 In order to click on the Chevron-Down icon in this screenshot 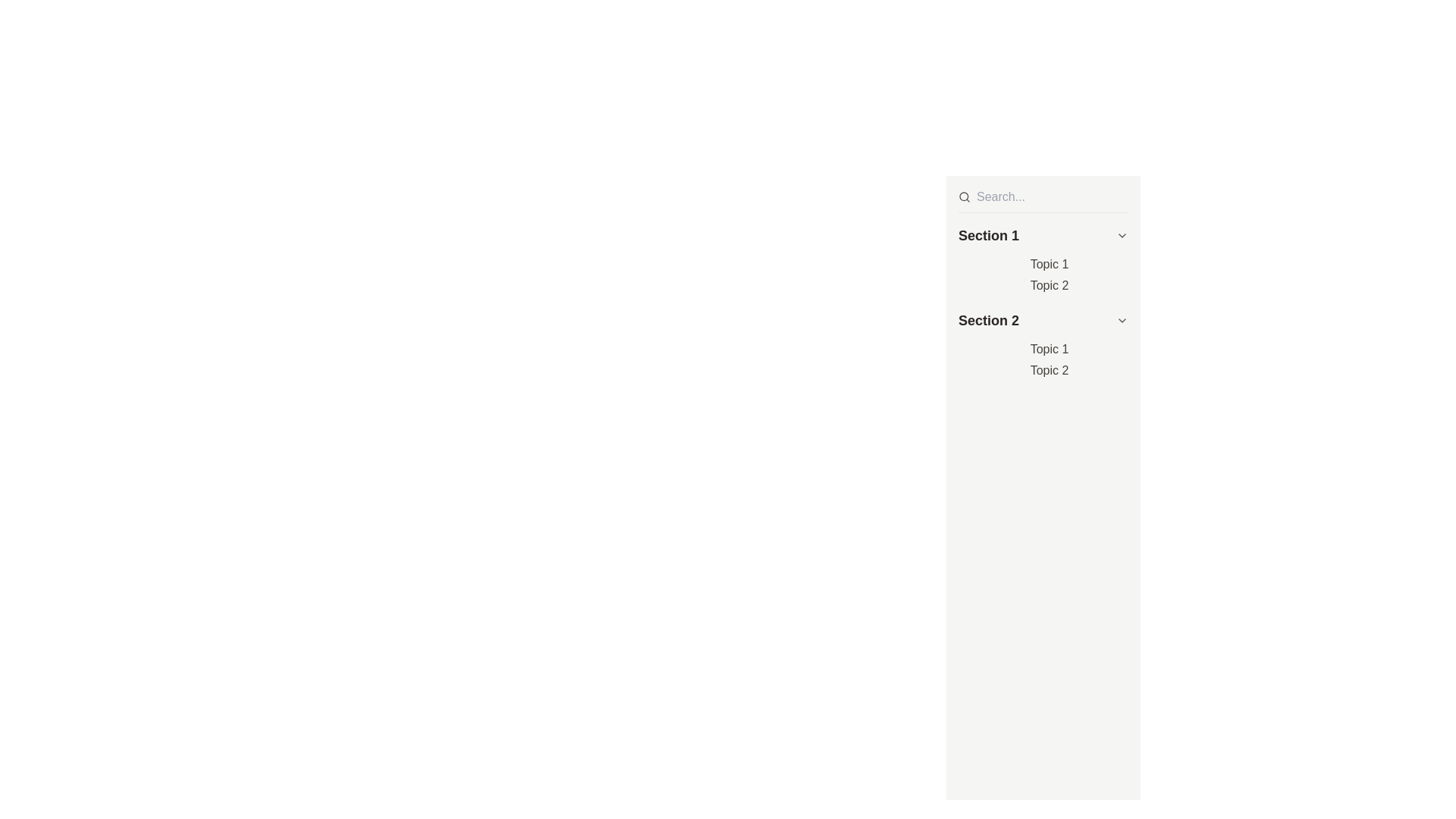, I will do `click(1122, 236)`.